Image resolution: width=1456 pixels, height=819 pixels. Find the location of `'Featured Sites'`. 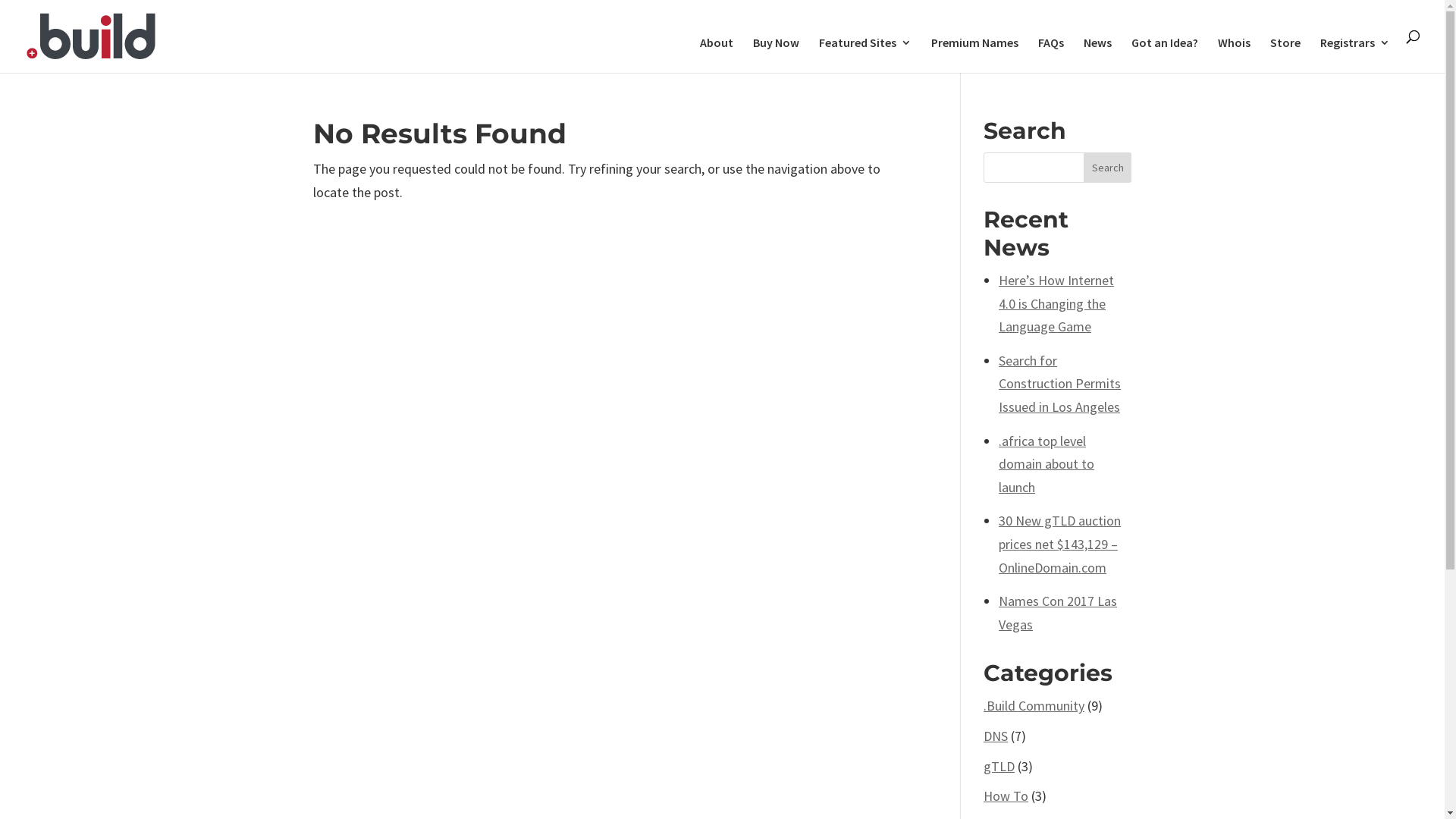

'Featured Sites' is located at coordinates (818, 54).